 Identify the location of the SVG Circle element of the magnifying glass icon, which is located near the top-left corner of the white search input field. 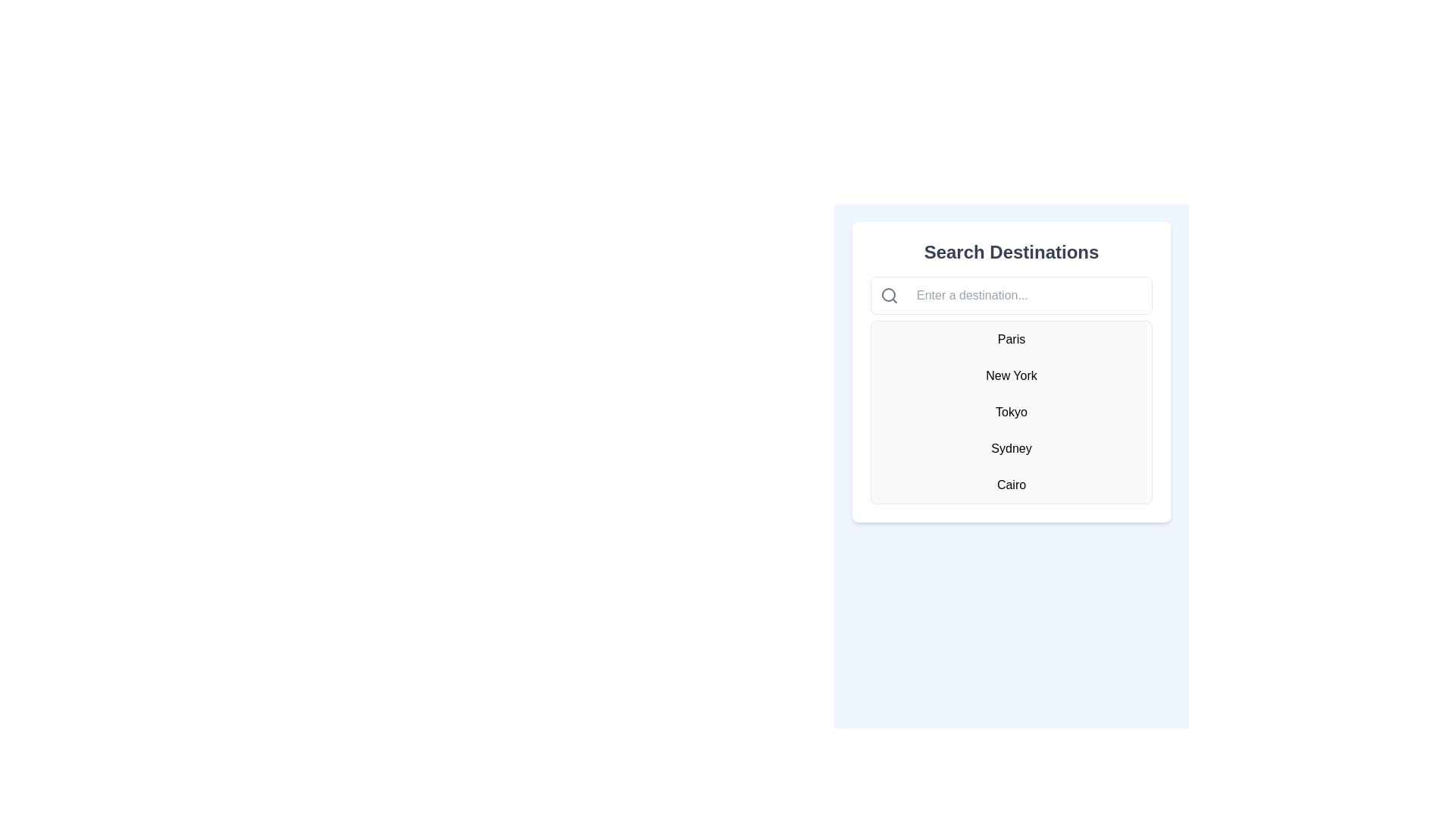
(888, 295).